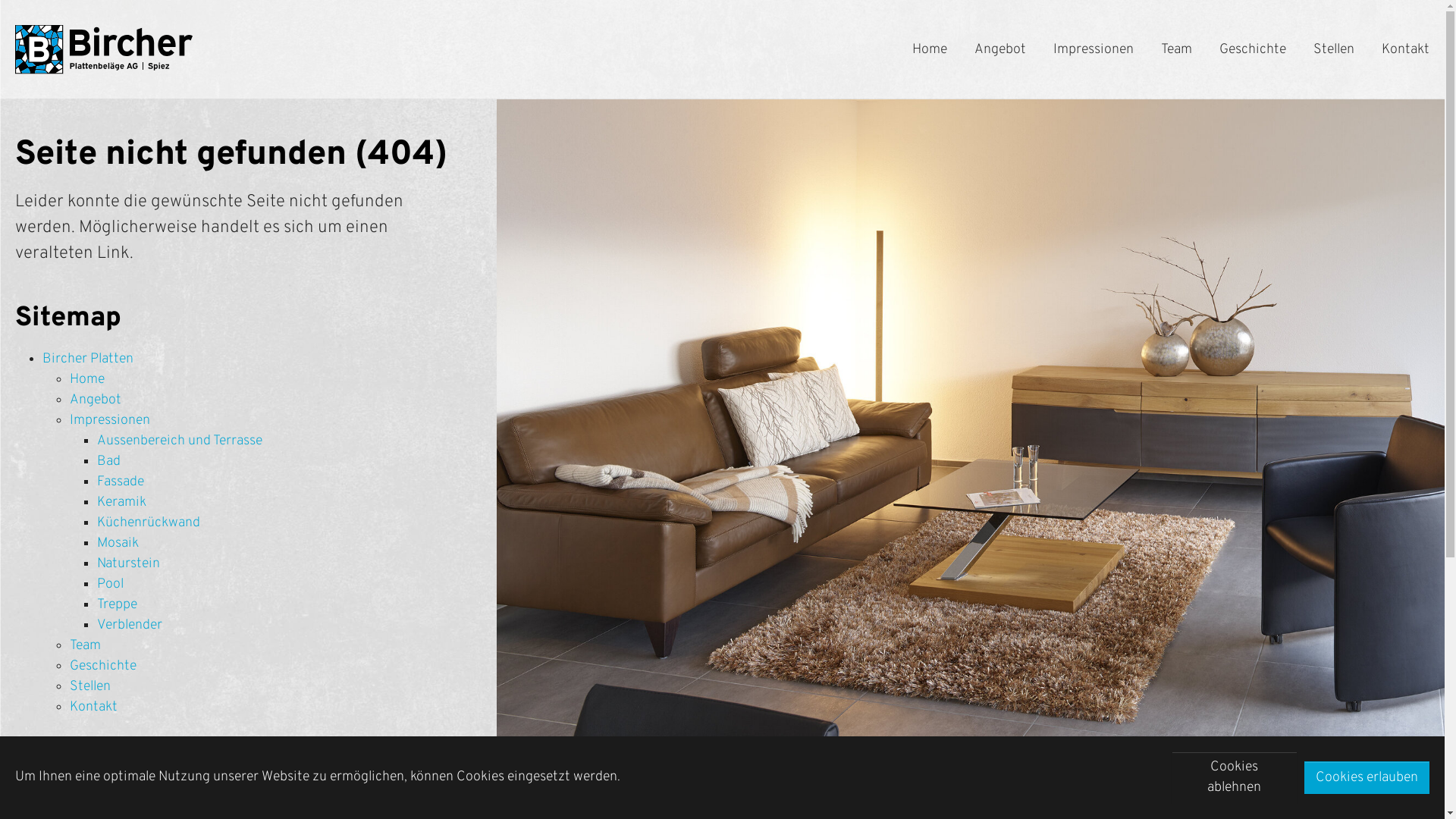  What do you see at coordinates (130, 625) in the screenshot?
I see `'Verblender'` at bounding box center [130, 625].